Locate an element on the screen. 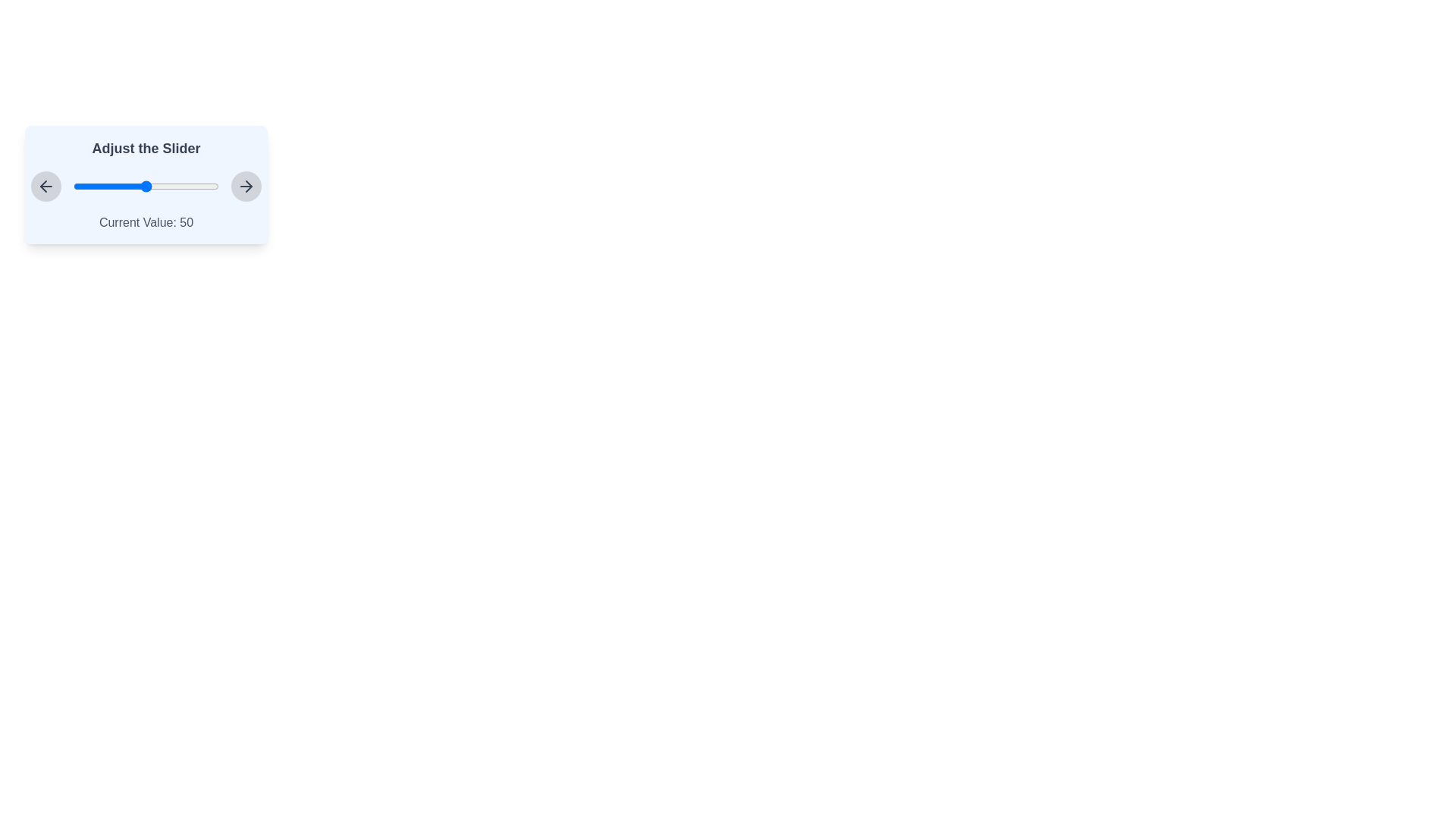 The width and height of the screenshot is (1456, 819). slider value is located at coordinates (177, 186).